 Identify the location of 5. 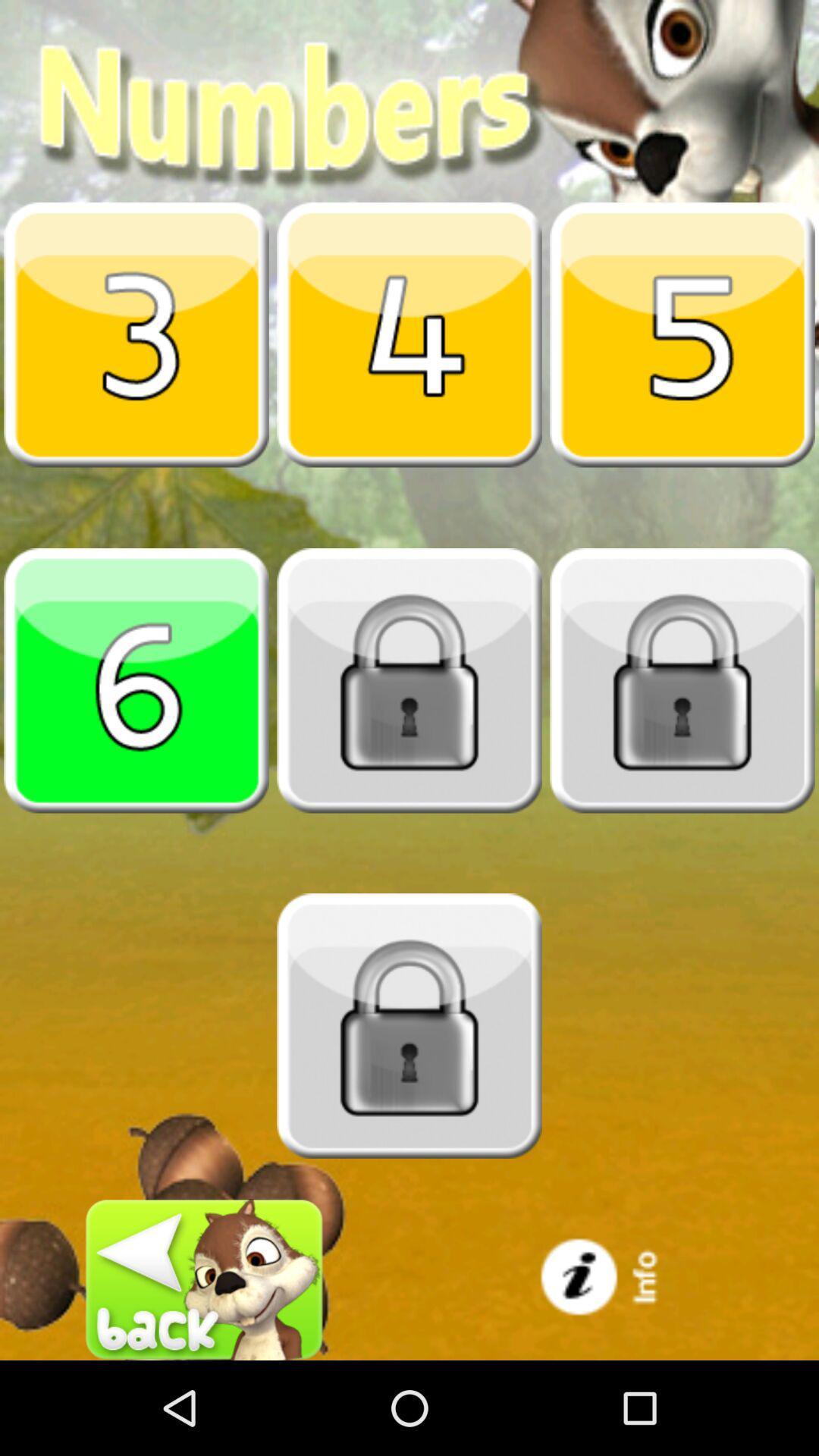
(681, 334).